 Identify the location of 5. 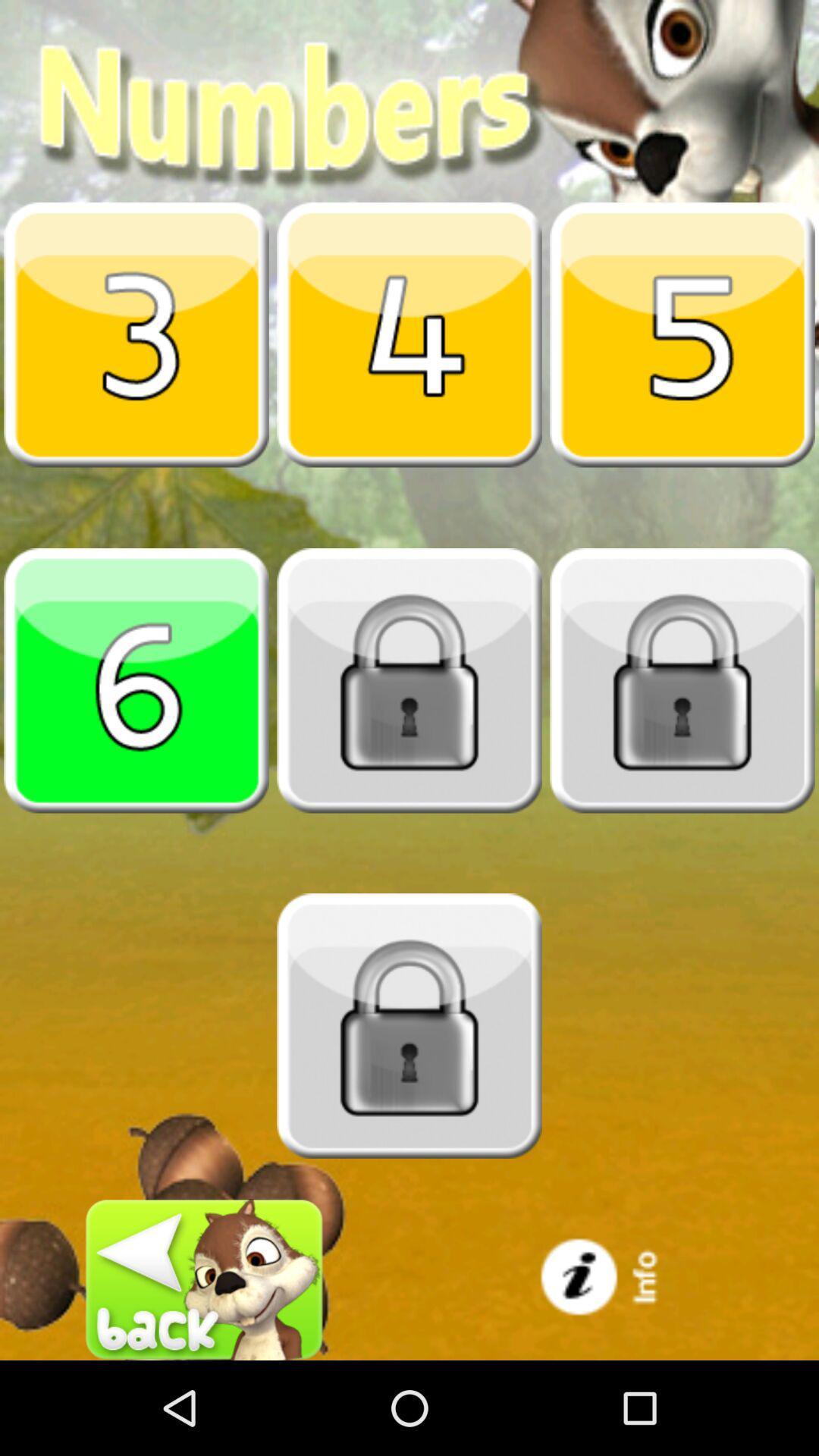
(681, 334).